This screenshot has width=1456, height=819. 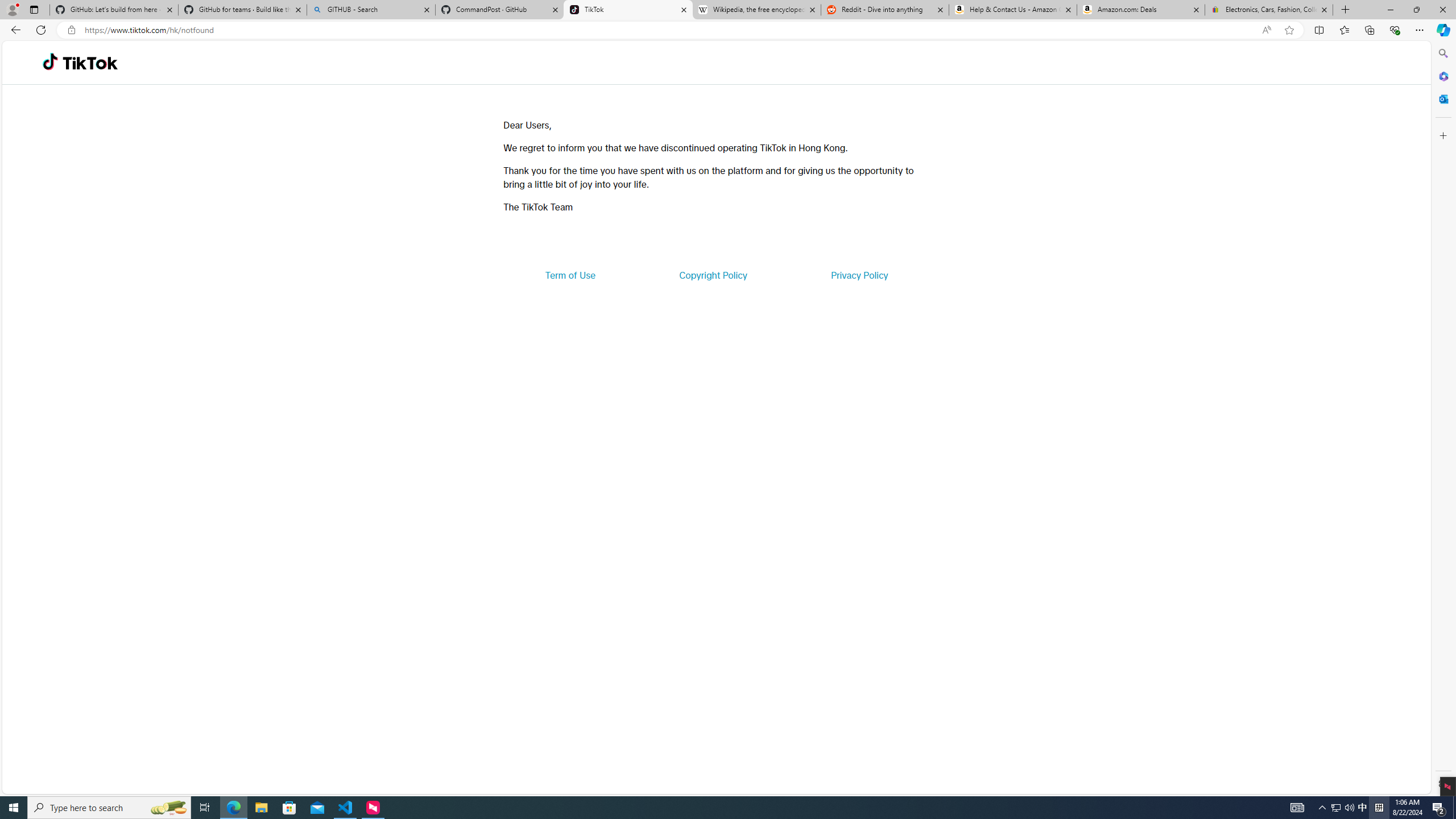 What do you see at coordinates (14, 29) in the screenshot?
I see `'Back'` at bounding box center [14, 29].